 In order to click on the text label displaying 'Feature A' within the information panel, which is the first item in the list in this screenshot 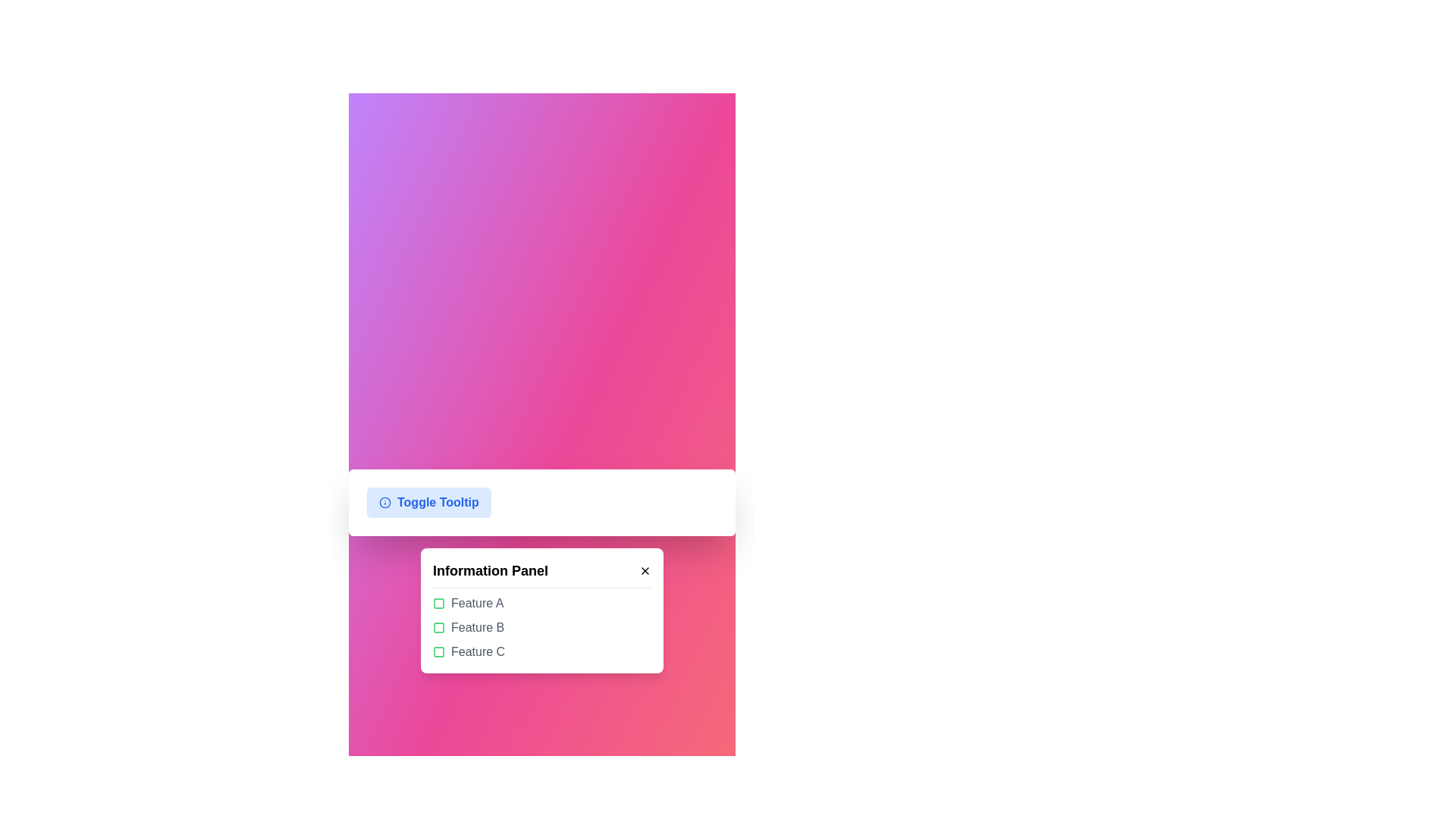, I will do `click(476, 602)`.